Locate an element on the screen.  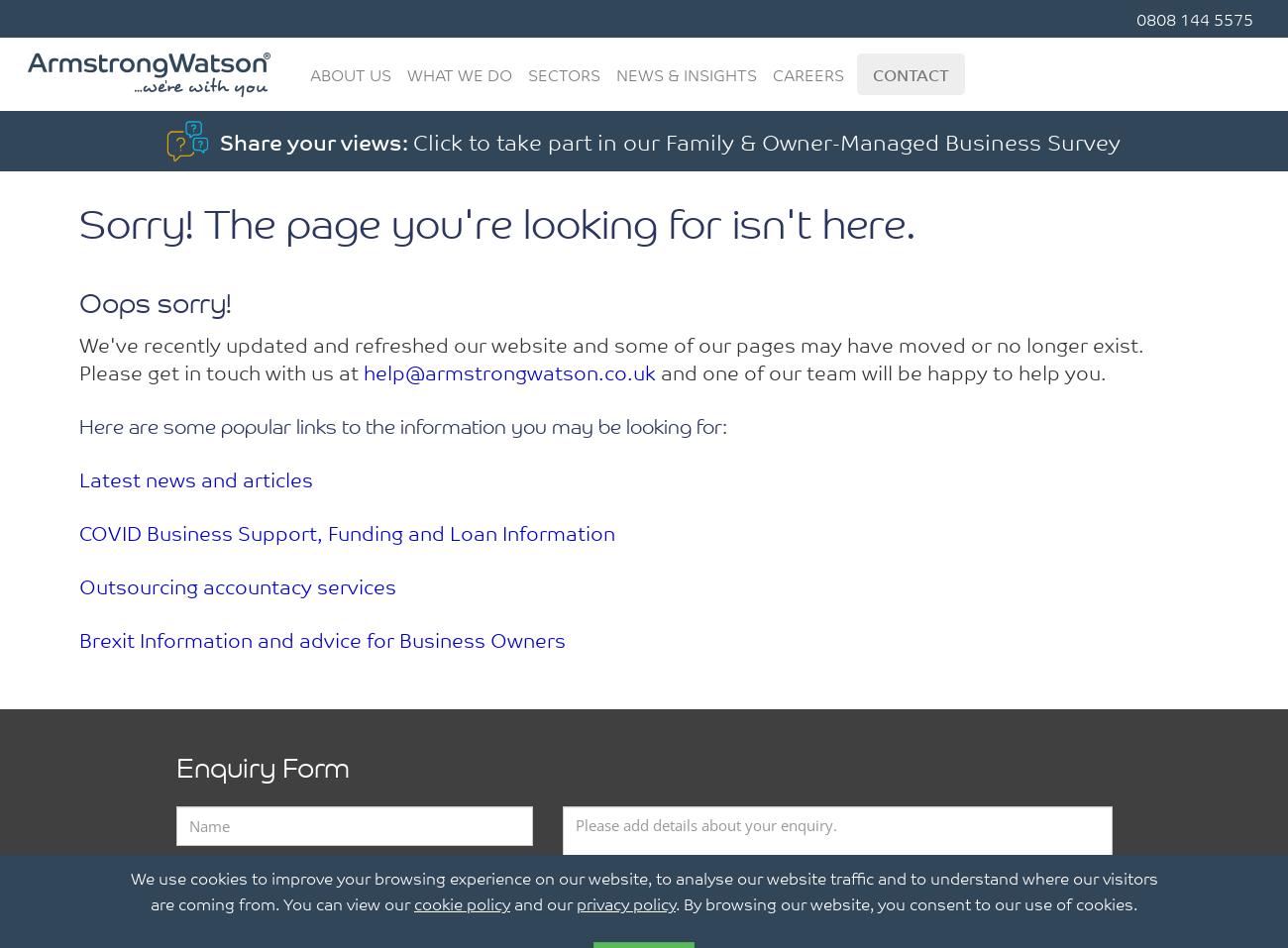
'Share your views:' is located at coordinates (316, 140).